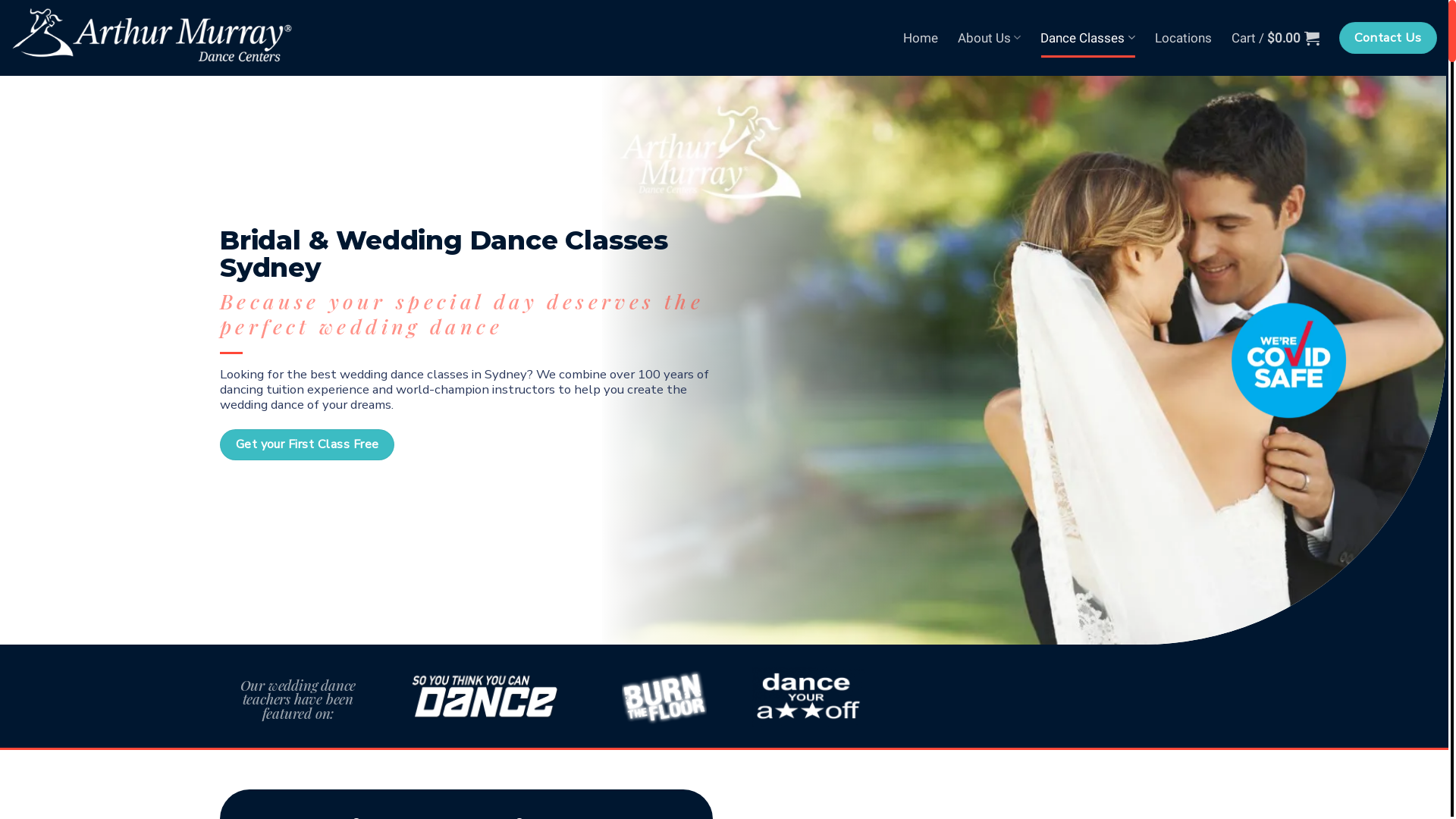 This screenshot has height=819, width=1456. Describe the element at coordinates (989, 36) in the screenshot. I see `'About Us'` at that location.